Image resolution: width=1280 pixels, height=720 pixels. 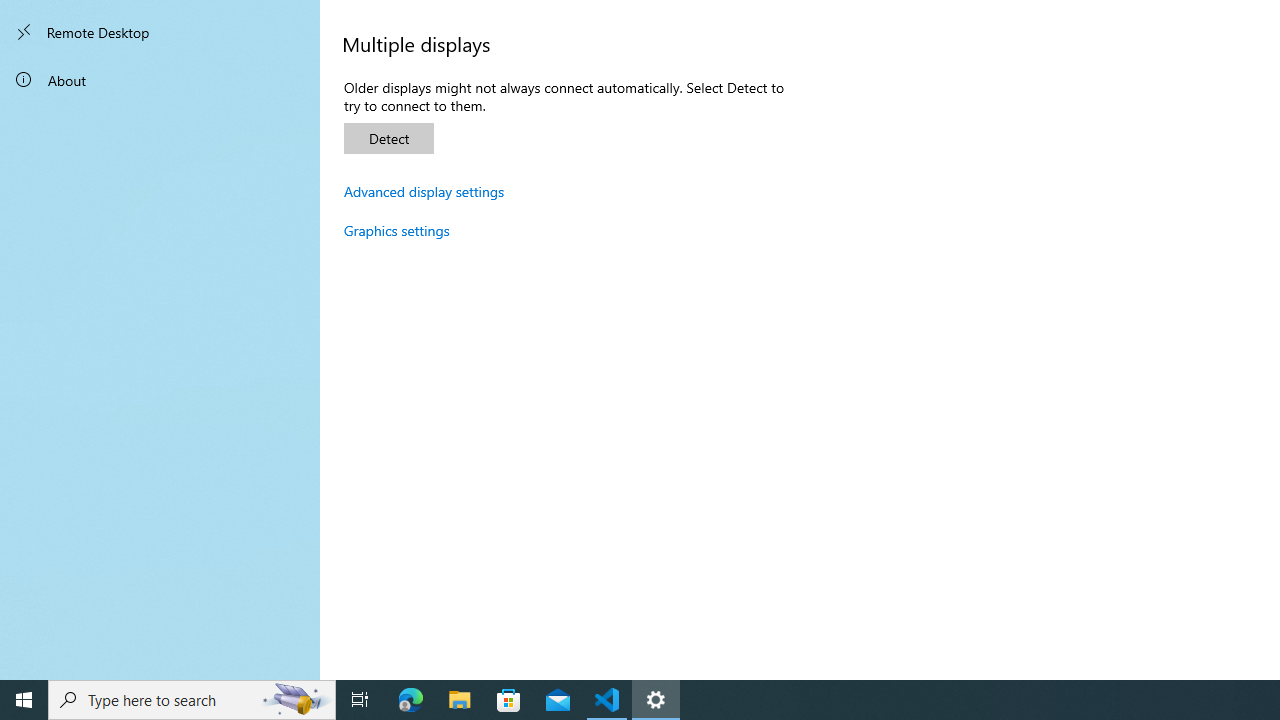 I want to click on 'Advanced display settings', so click(x=423, y=191).